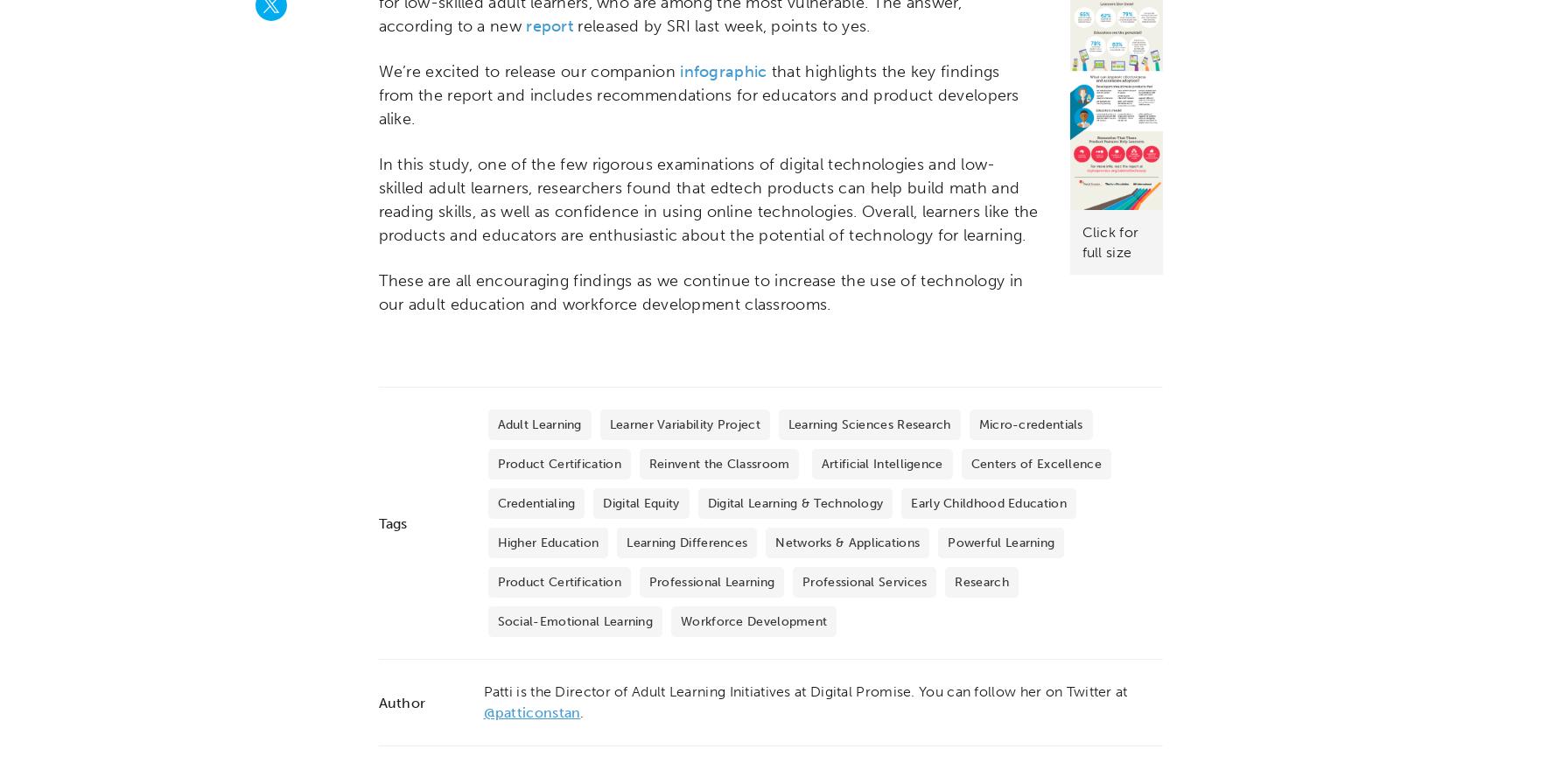 This screenshot has height=784, width=1541. I want to click on 'In this study, one of the few rigorous examinations of digital technologies and low-skilled adult learners, researchers found that edtech products can help build math and reading skills, as well as confidence in using online technologies. Overall, learners like the products and educators are enthusiastic about the potential of technology for learning.', so click(708, 199).